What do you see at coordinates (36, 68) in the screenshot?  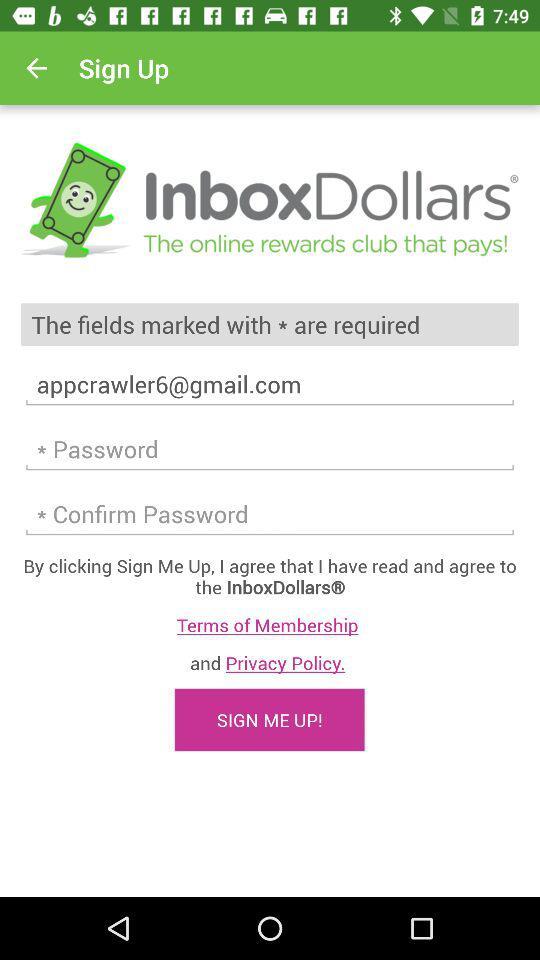 I see `icon to the left of the sign up item` at bounding box center [36, 68].